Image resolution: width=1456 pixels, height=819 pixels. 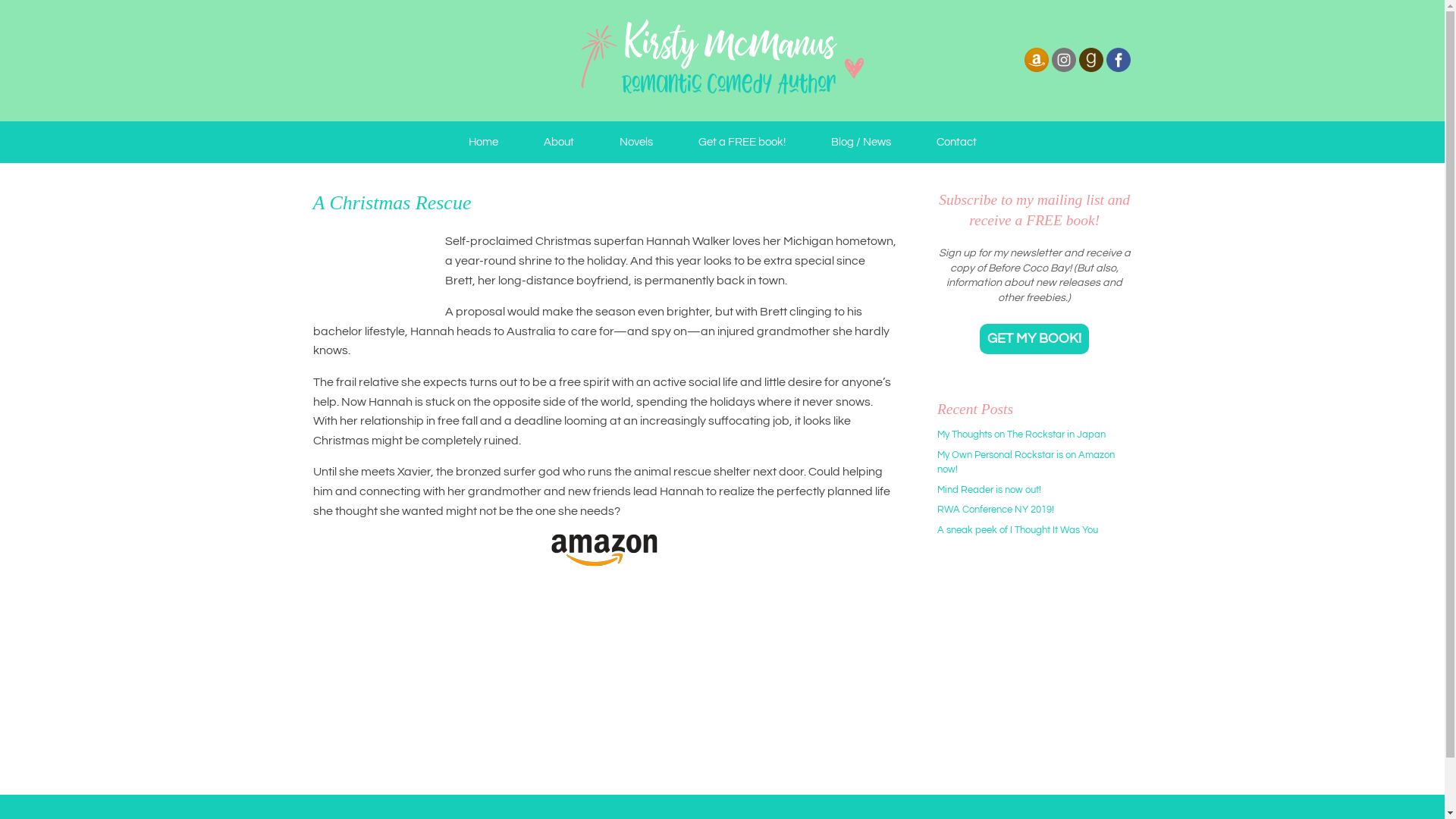 What do you see at coordinates (720, 60) in the screenshot?
I see `'Kirsty McManus'` at bounding box center [720, 60].